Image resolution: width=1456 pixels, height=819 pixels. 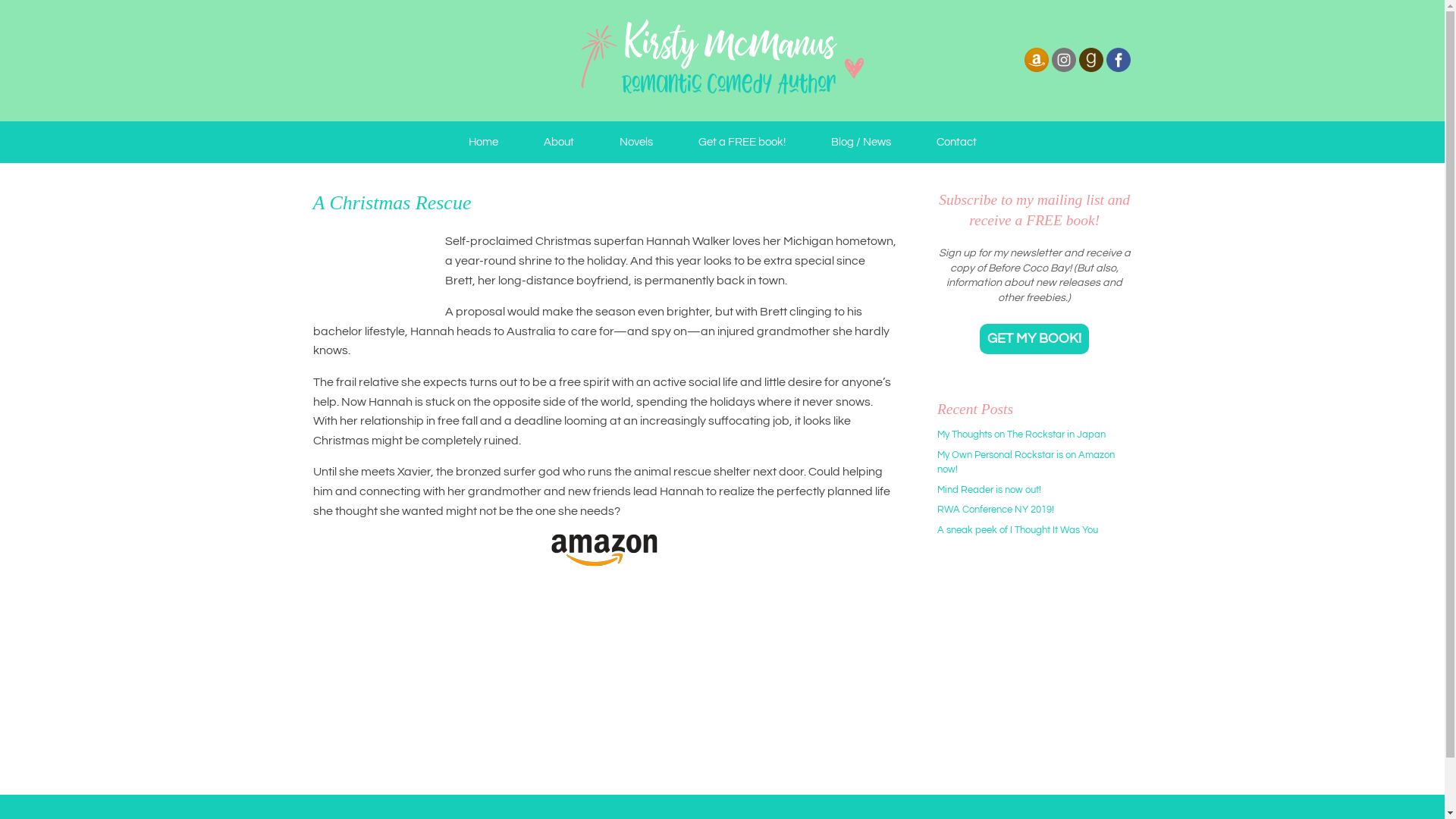 What do you see at coordinates (720, 60) in the screenshot?
I see `'Kirsty McManus'` at bounding box center [720, 60].